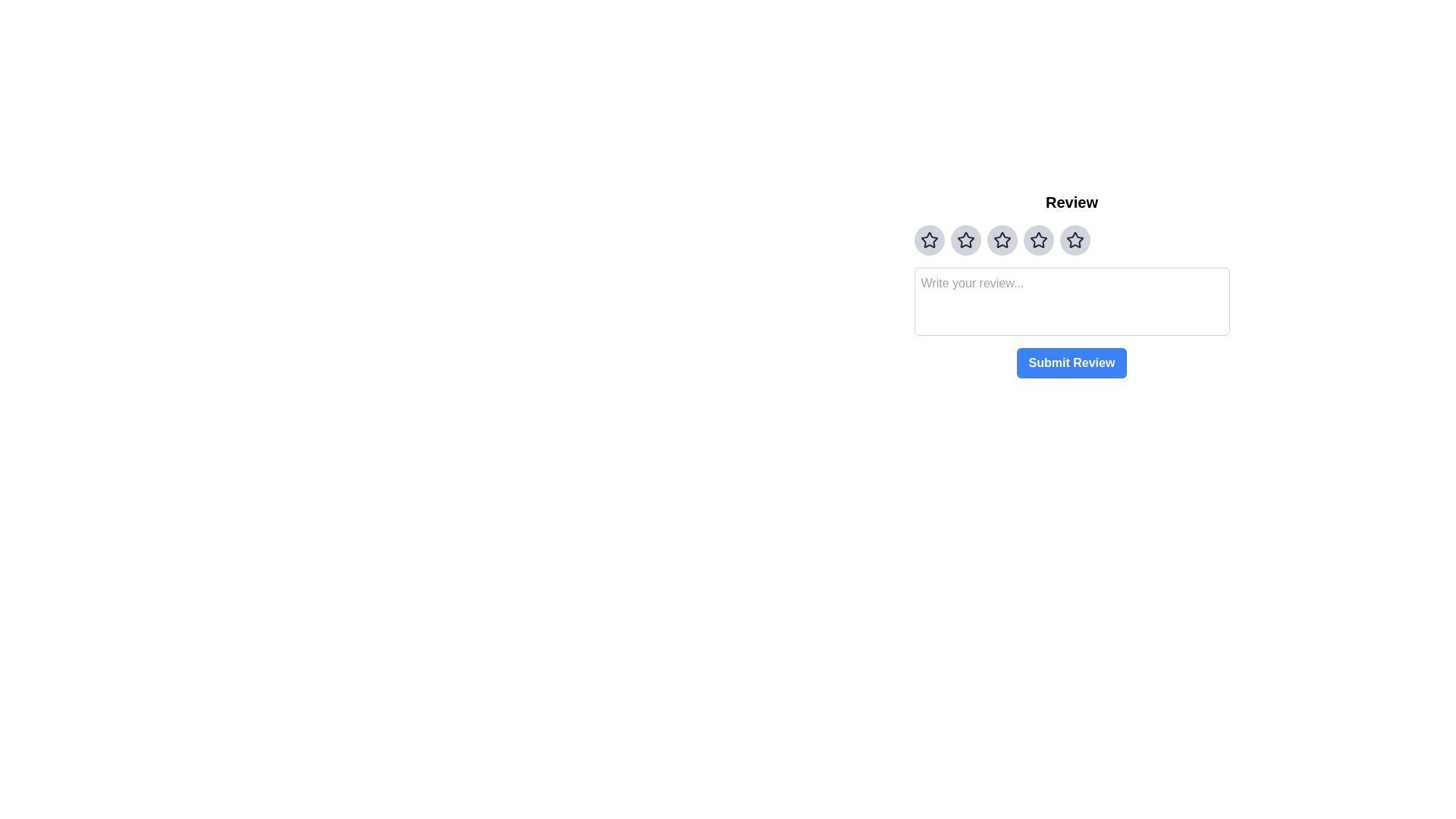 This screenshot has height=819, width=1456. Describe the element at coordinates (1071, 239) in the screenshot. I see `the fifth star rating button below the 'Review' heading using keyboard focus` at that location.